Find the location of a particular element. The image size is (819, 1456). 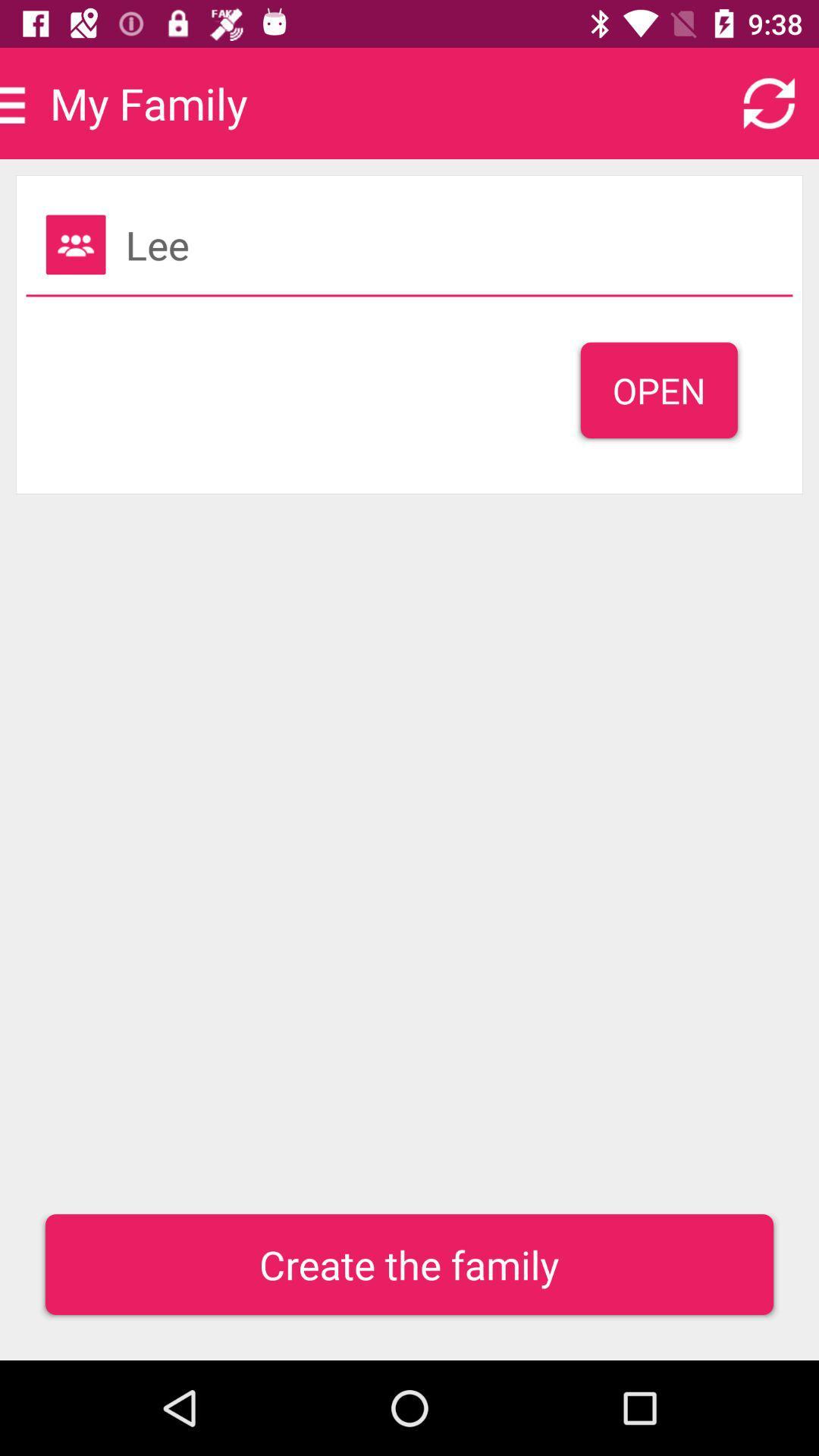

the refresh icon is located at coordinates (769, 102).